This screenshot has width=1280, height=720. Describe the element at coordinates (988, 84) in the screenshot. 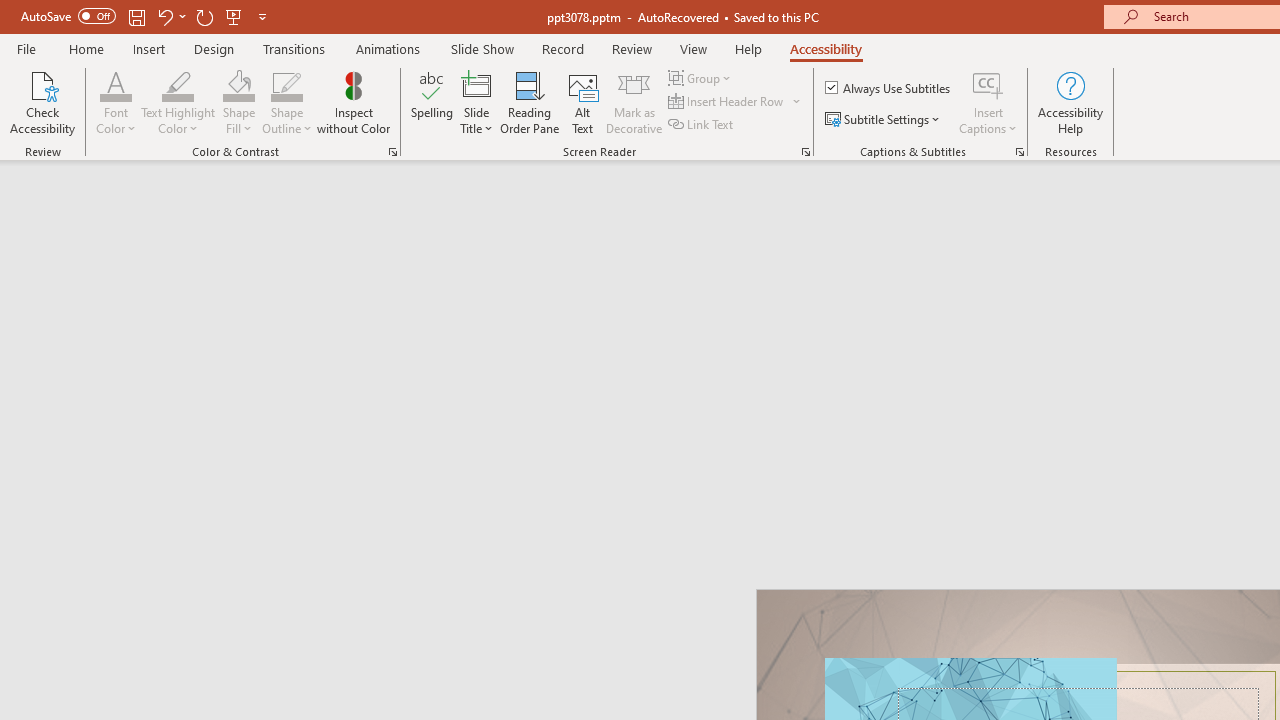

I see `'Insert Captions'` at that location.